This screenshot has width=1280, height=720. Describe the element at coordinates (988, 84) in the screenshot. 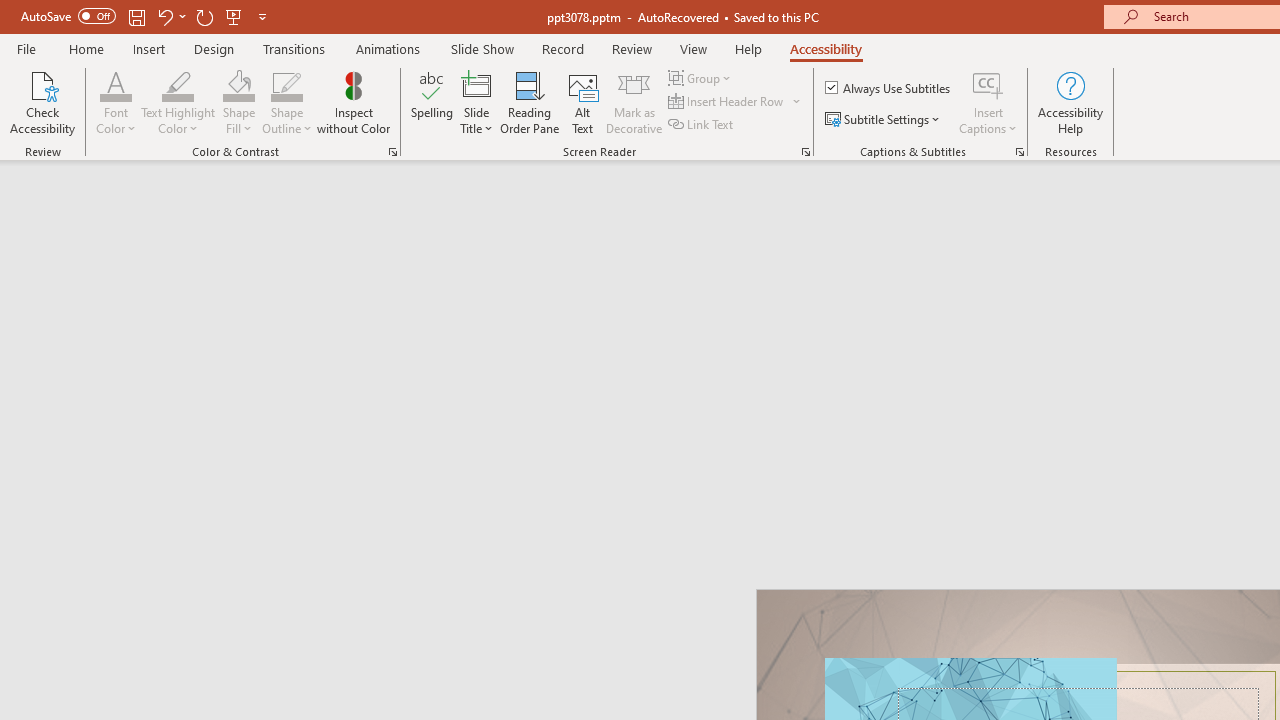

I see `'Insert Captions'` at that location.